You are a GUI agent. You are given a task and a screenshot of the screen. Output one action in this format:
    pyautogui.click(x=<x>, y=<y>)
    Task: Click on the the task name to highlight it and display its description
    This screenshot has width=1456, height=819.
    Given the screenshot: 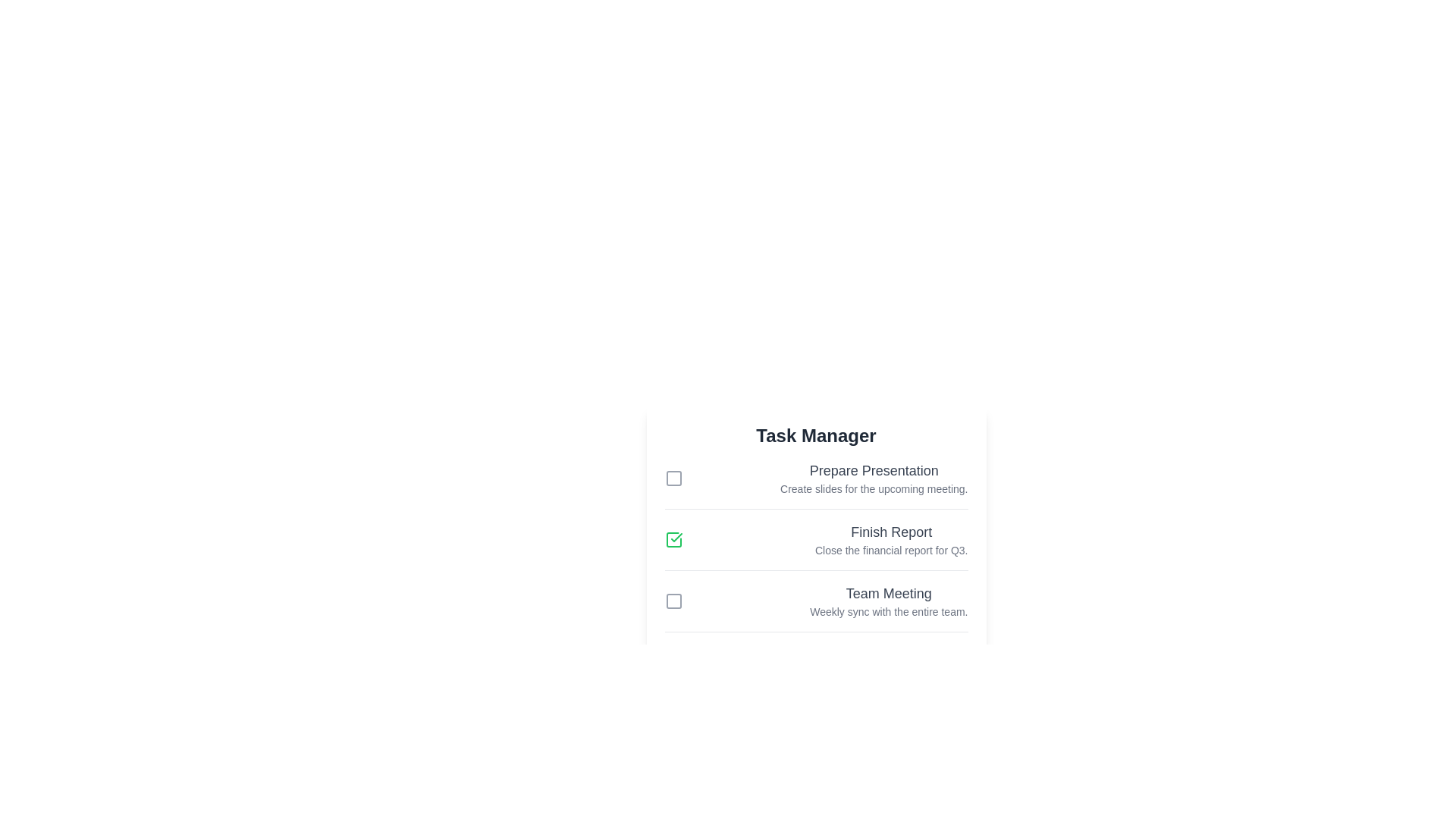 What is the action you would take?
    pyautogui.click(x=874, y=470)
    